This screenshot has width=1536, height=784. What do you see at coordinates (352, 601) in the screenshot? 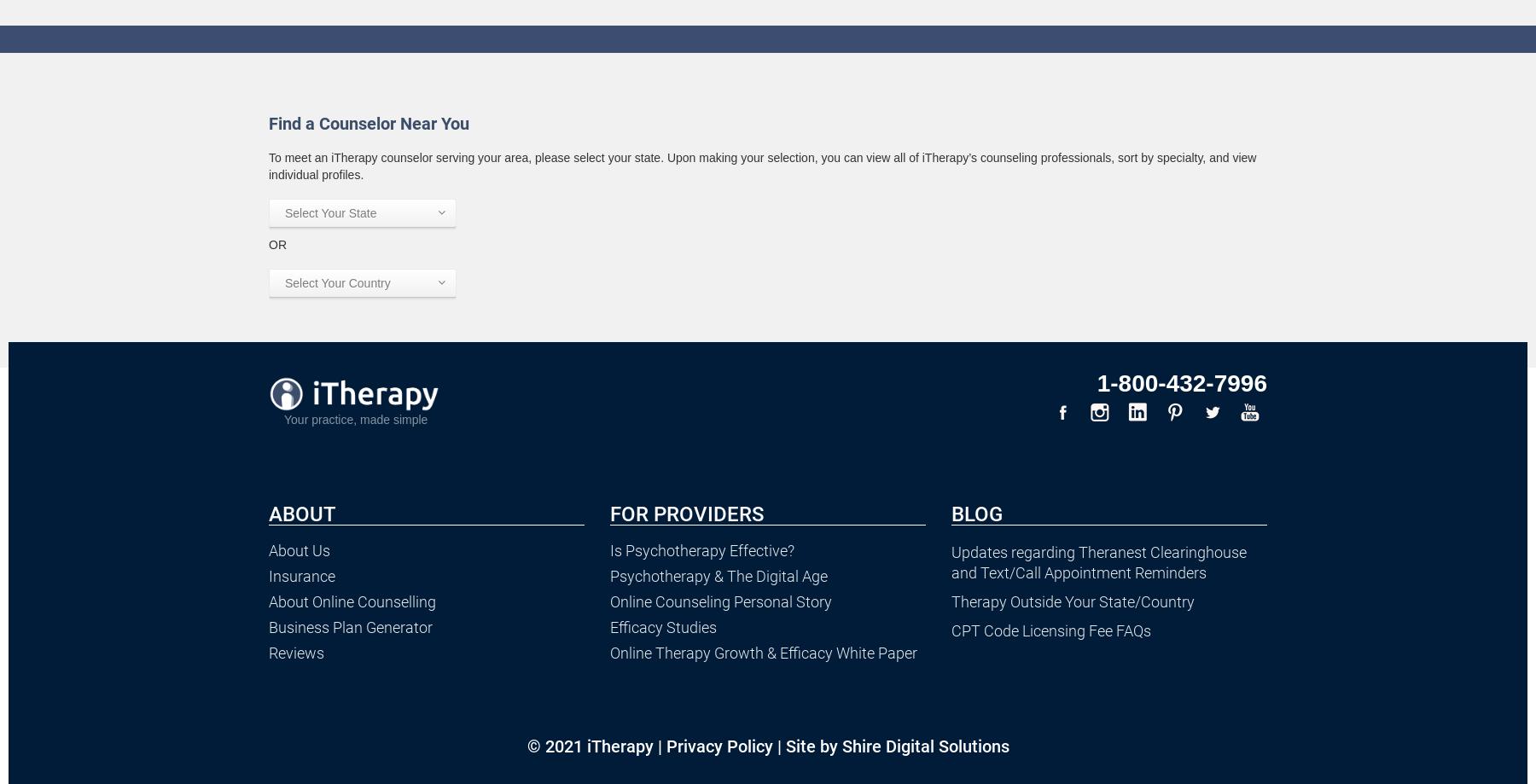
I see `'About Online Counselling'` at bounding box center [352, 601].